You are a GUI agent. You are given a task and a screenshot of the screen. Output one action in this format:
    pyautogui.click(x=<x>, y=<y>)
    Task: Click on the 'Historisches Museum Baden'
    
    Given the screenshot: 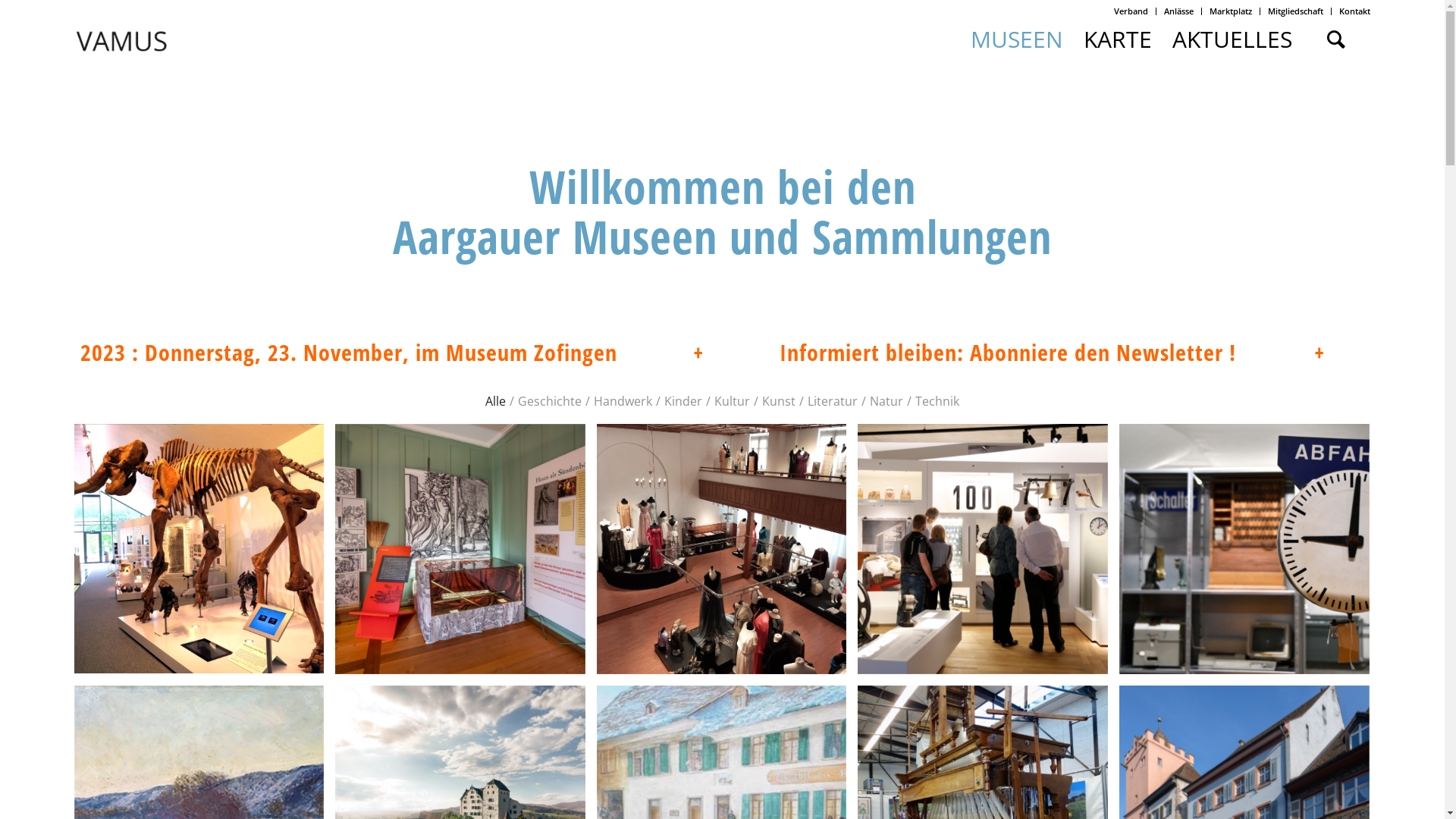 What is the action you would take?
    pyautogui.click(x=988, y=554)
    